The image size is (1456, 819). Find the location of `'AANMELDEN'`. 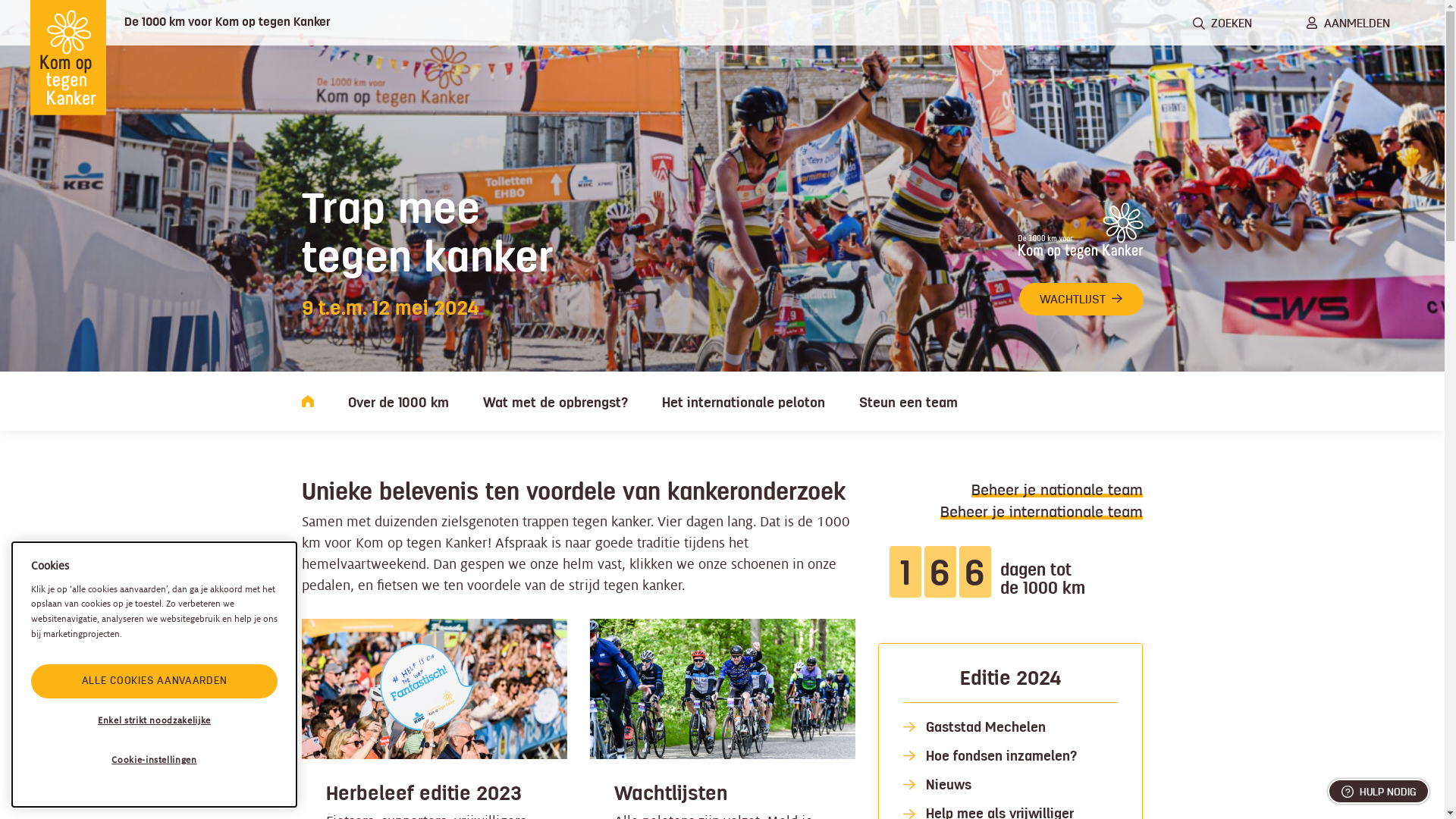

'AANMELDEN' is located at coordinates (1348, 23).